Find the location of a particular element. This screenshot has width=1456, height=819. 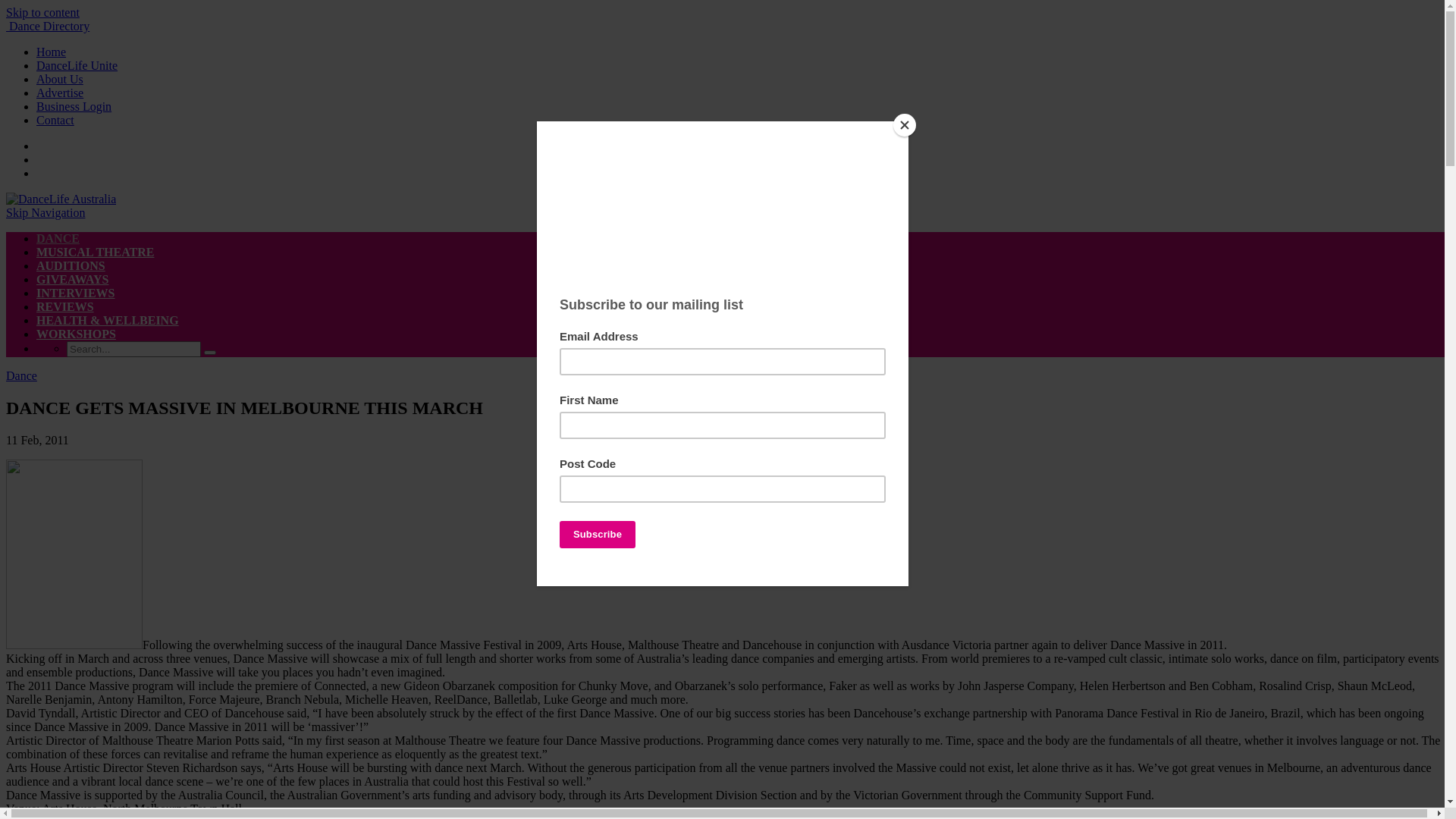

'Skip Navigation' is located at coordinates (6, 212).